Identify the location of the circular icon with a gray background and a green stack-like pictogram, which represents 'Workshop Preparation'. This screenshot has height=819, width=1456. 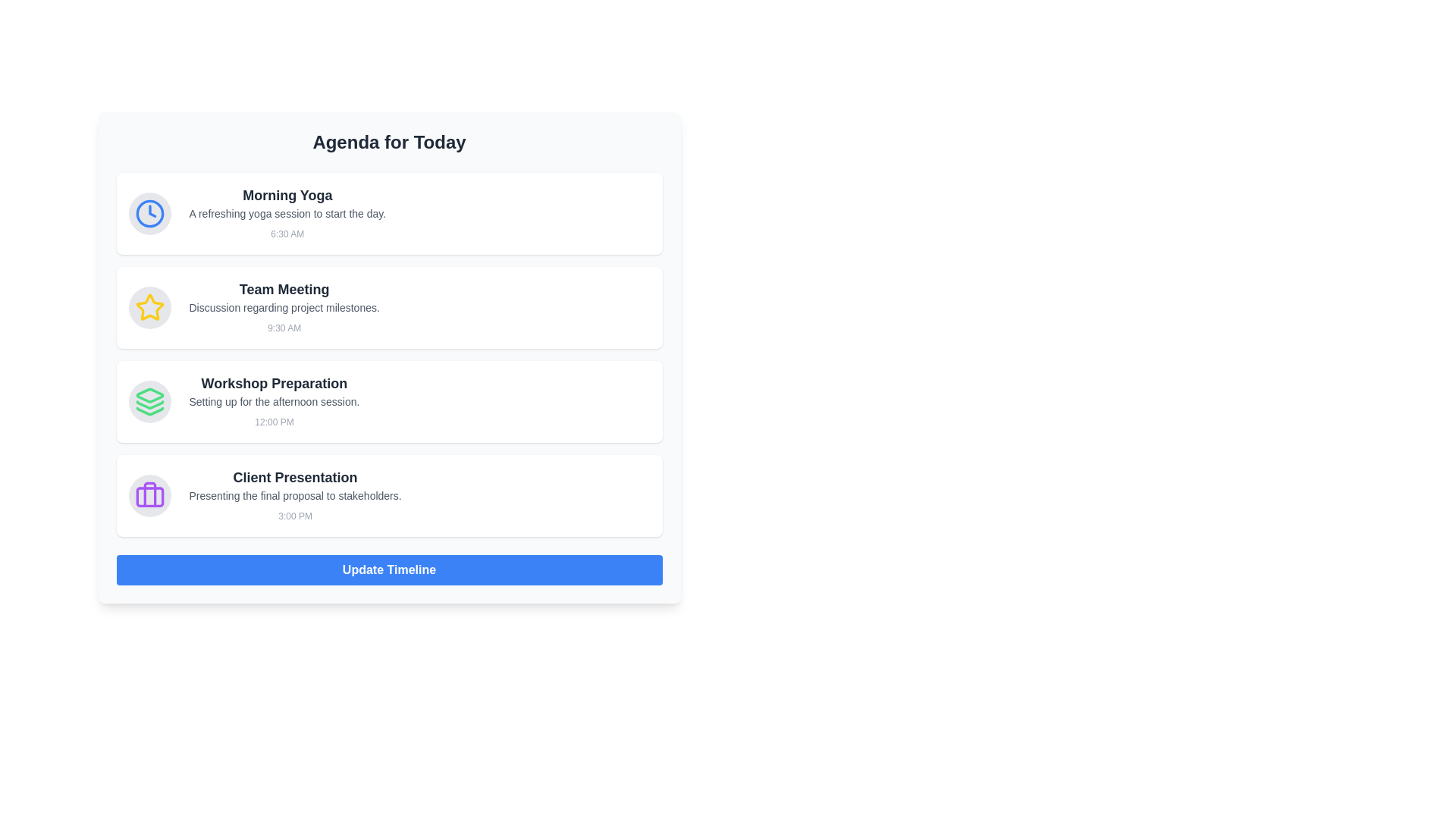
(149, 400).